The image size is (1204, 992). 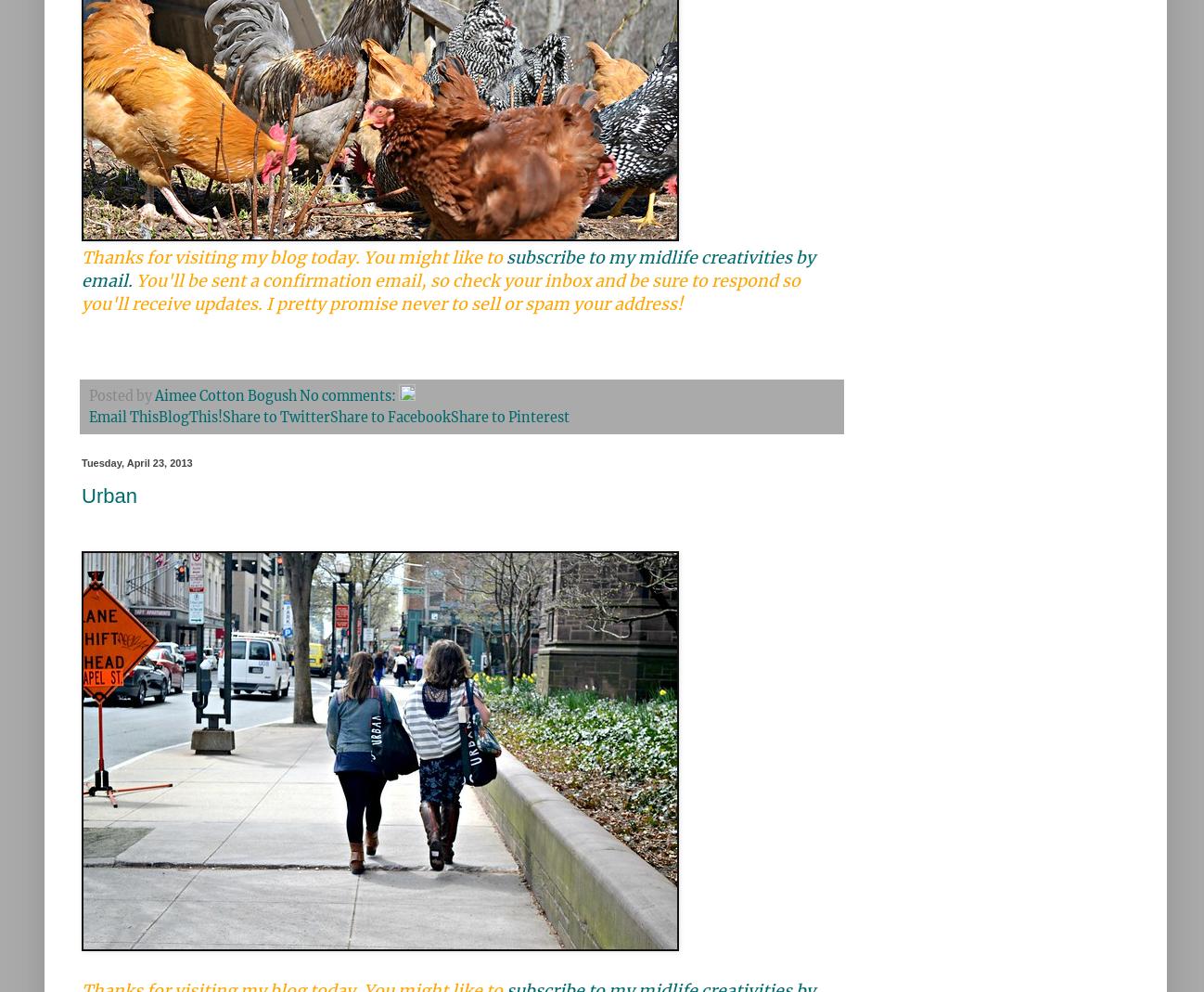 I want to click on 'No comments:', so click(x=349, y=395).